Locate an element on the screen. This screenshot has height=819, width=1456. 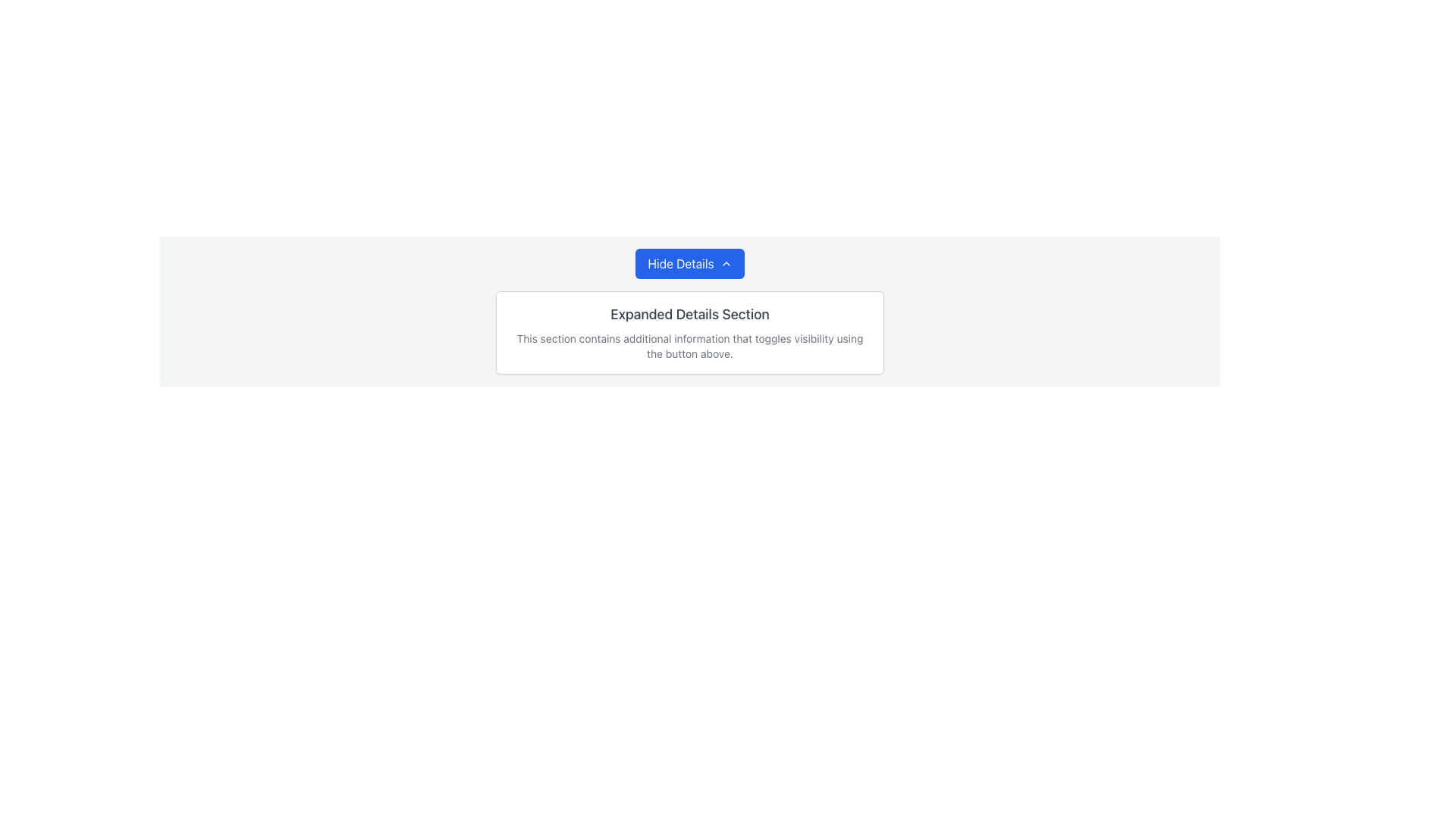
the static text label that reads 'This section contains additional information that toggles visibility using the button above.' located in the 'Expanded Details Section' card is located at coordinates (689, 346).